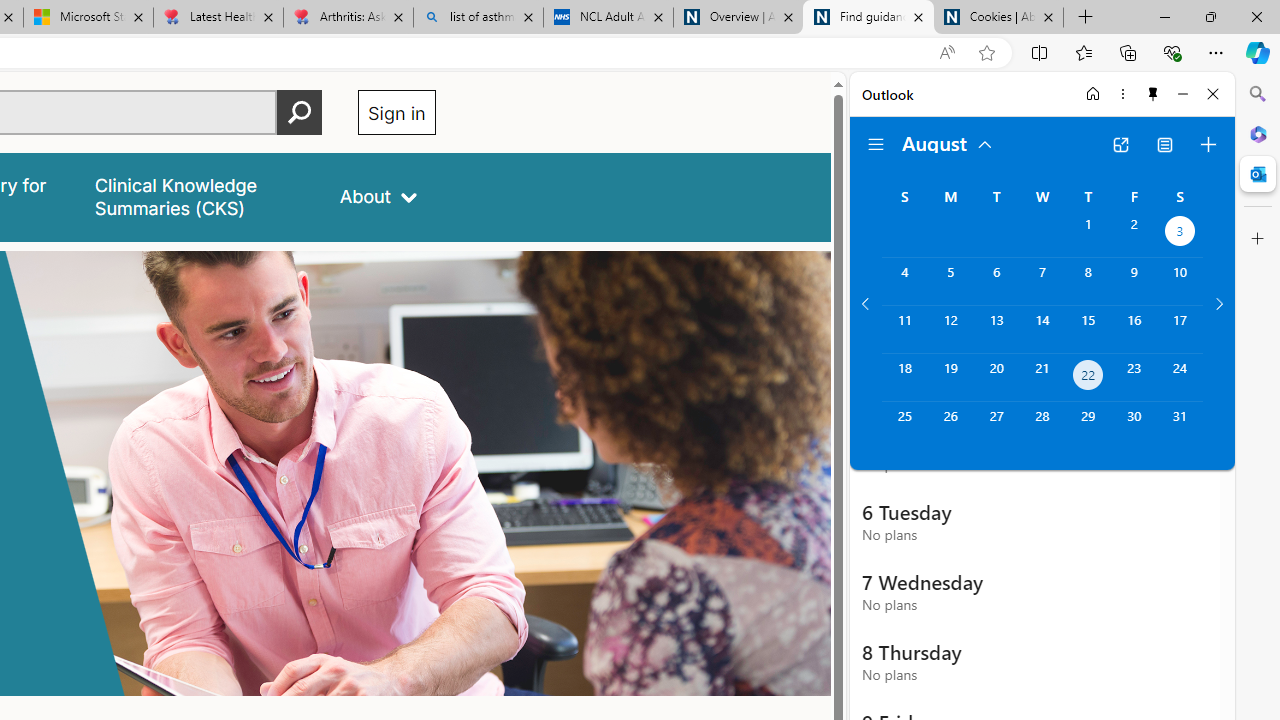 The image size is (1280, 720). What do you see at coordinates (1087, 377) in the screenshot?
I see `'Thursday, August 22, 2024. Today. '` at bounding box center [1087, 377].